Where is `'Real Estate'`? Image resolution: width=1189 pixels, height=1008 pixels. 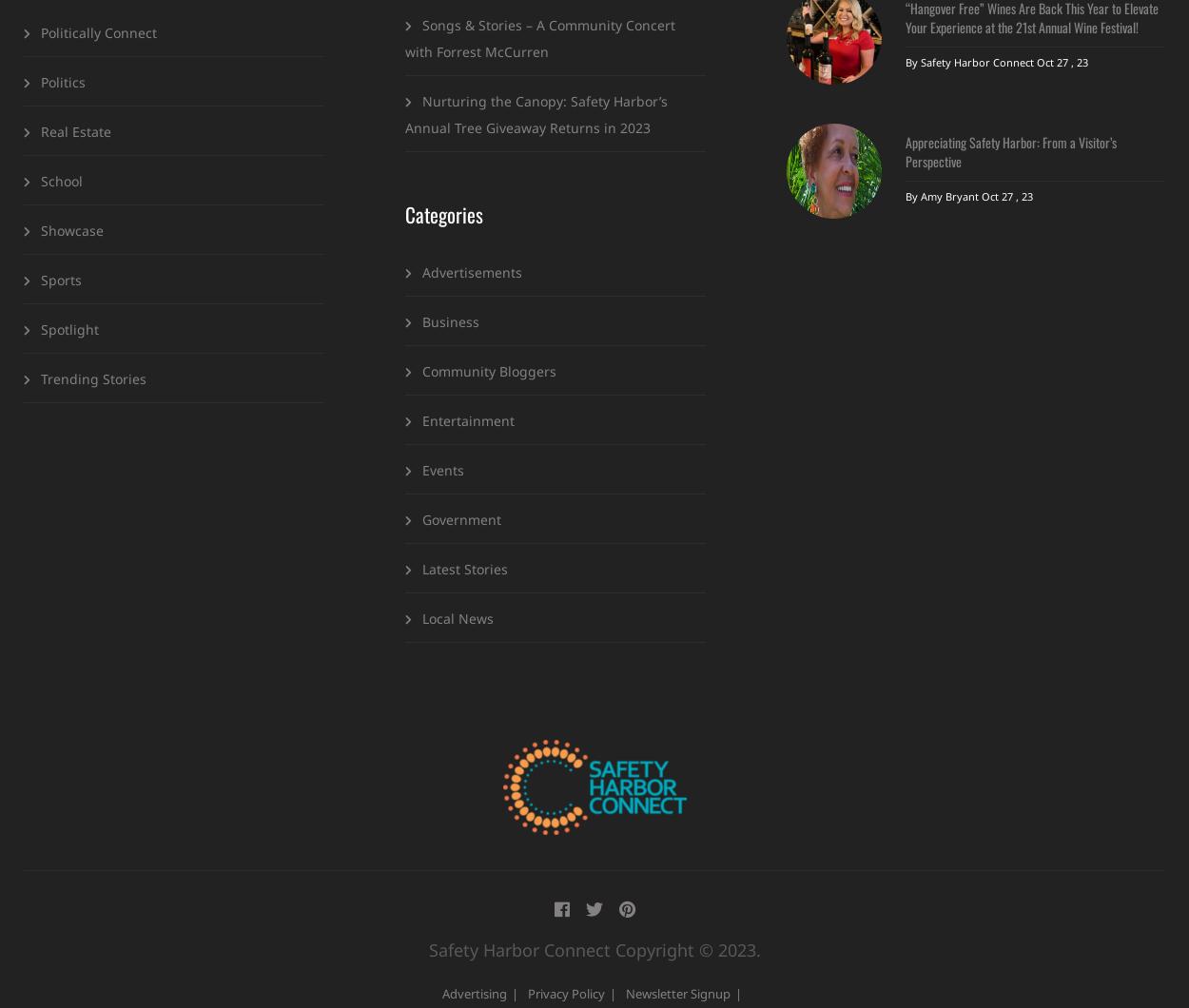
'Real Estate' is located at coordinates (75, 130).